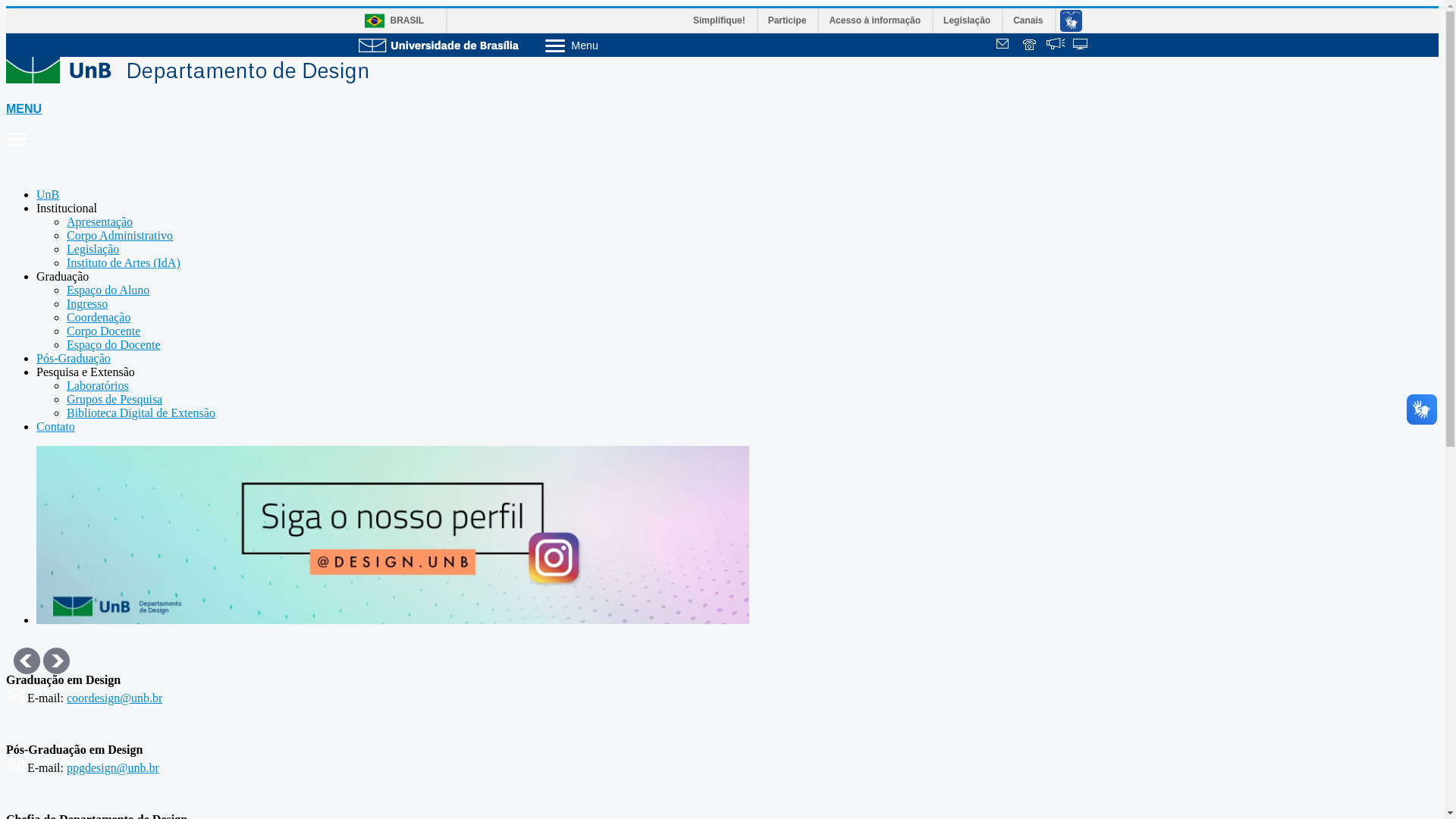 The height and width of the screenshot is (819, 1456). I want to click on ' ', so click(1004, 45).